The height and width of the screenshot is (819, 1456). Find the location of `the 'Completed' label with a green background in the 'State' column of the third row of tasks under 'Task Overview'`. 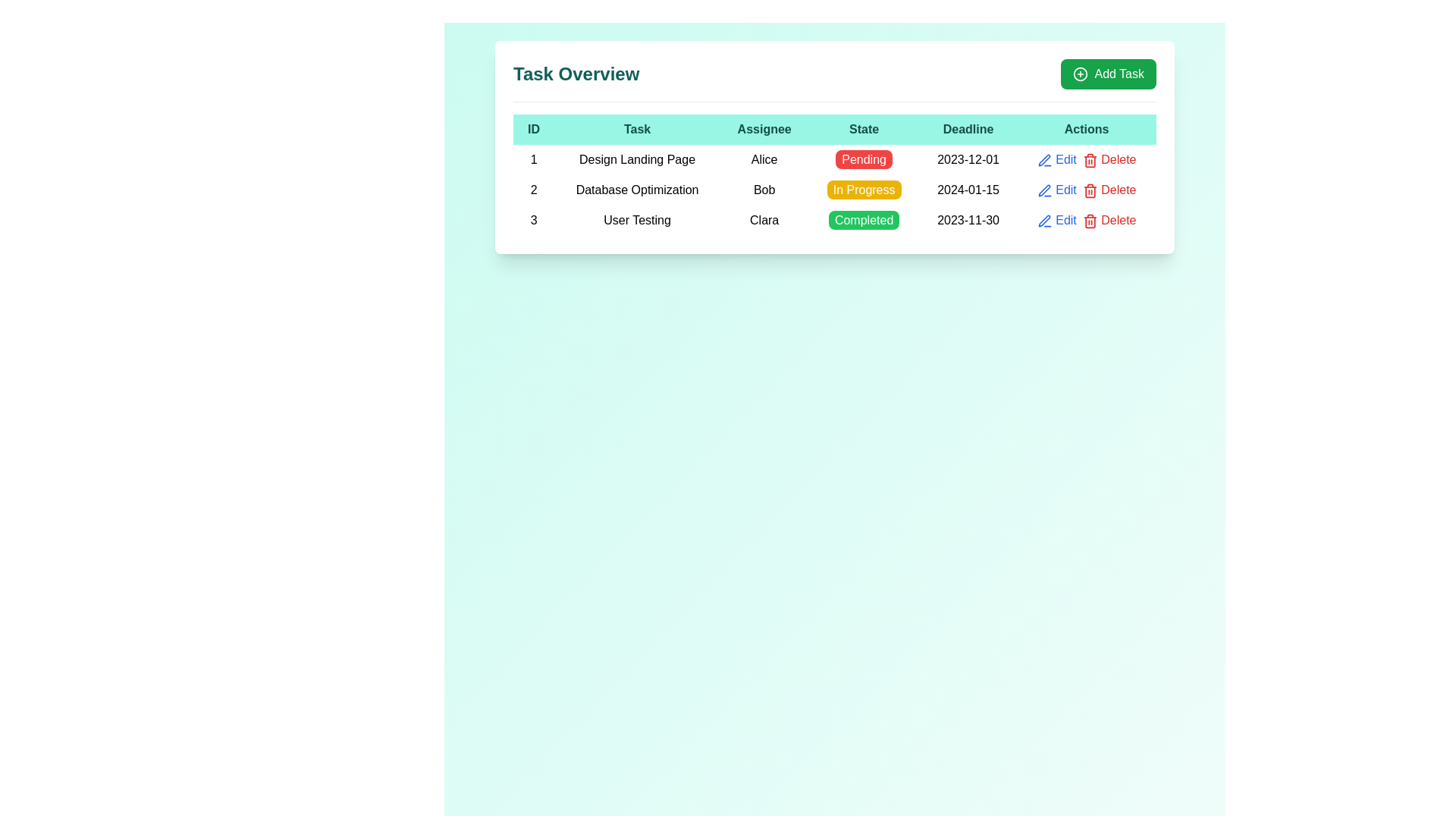

the 'Completed' label with a green background in the 'State' column of the third row of tasks under 'Task Overview' is located at coordinates (864, 220).